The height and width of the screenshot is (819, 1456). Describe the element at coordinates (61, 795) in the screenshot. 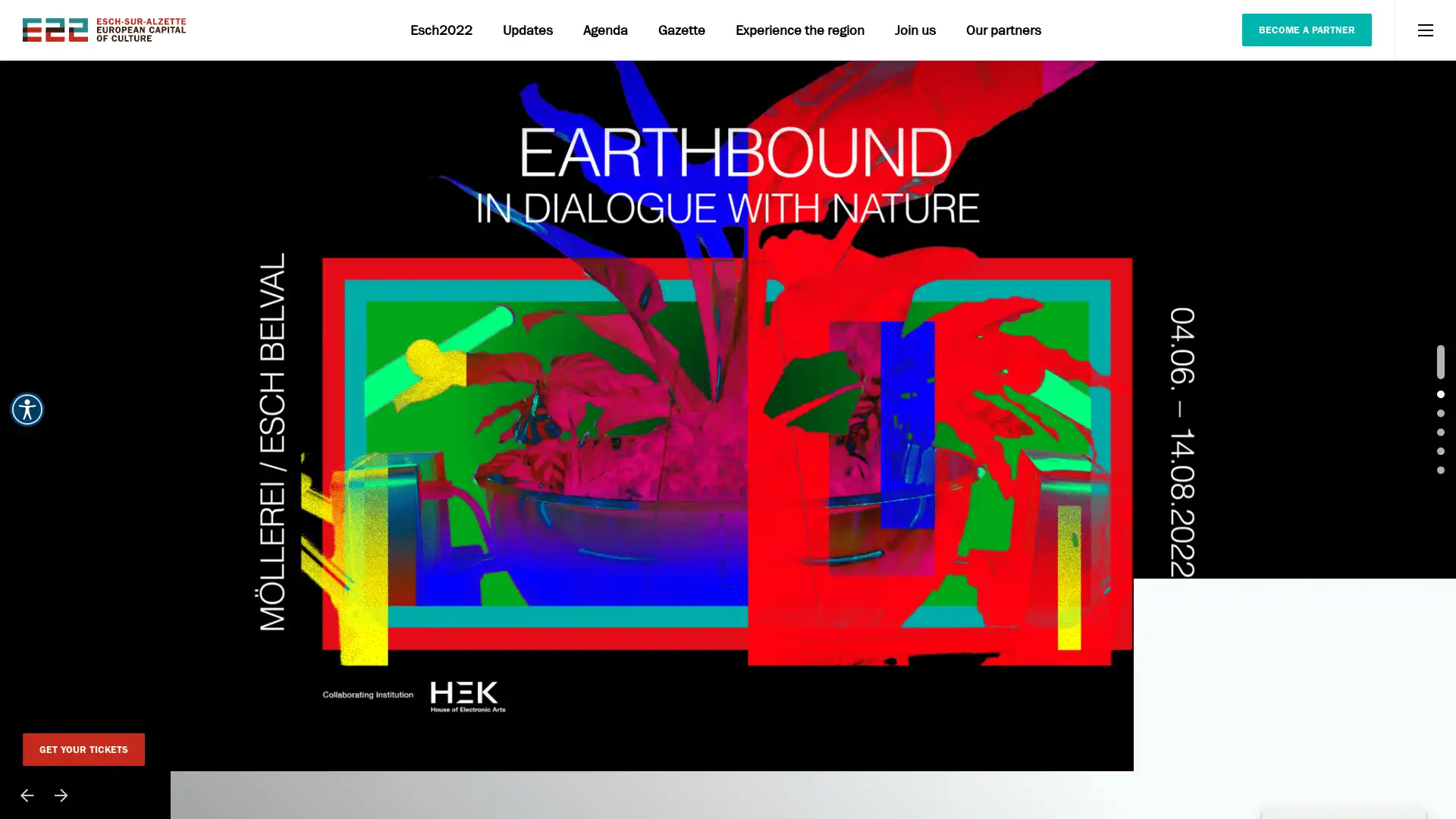

I see `Next` at that location.